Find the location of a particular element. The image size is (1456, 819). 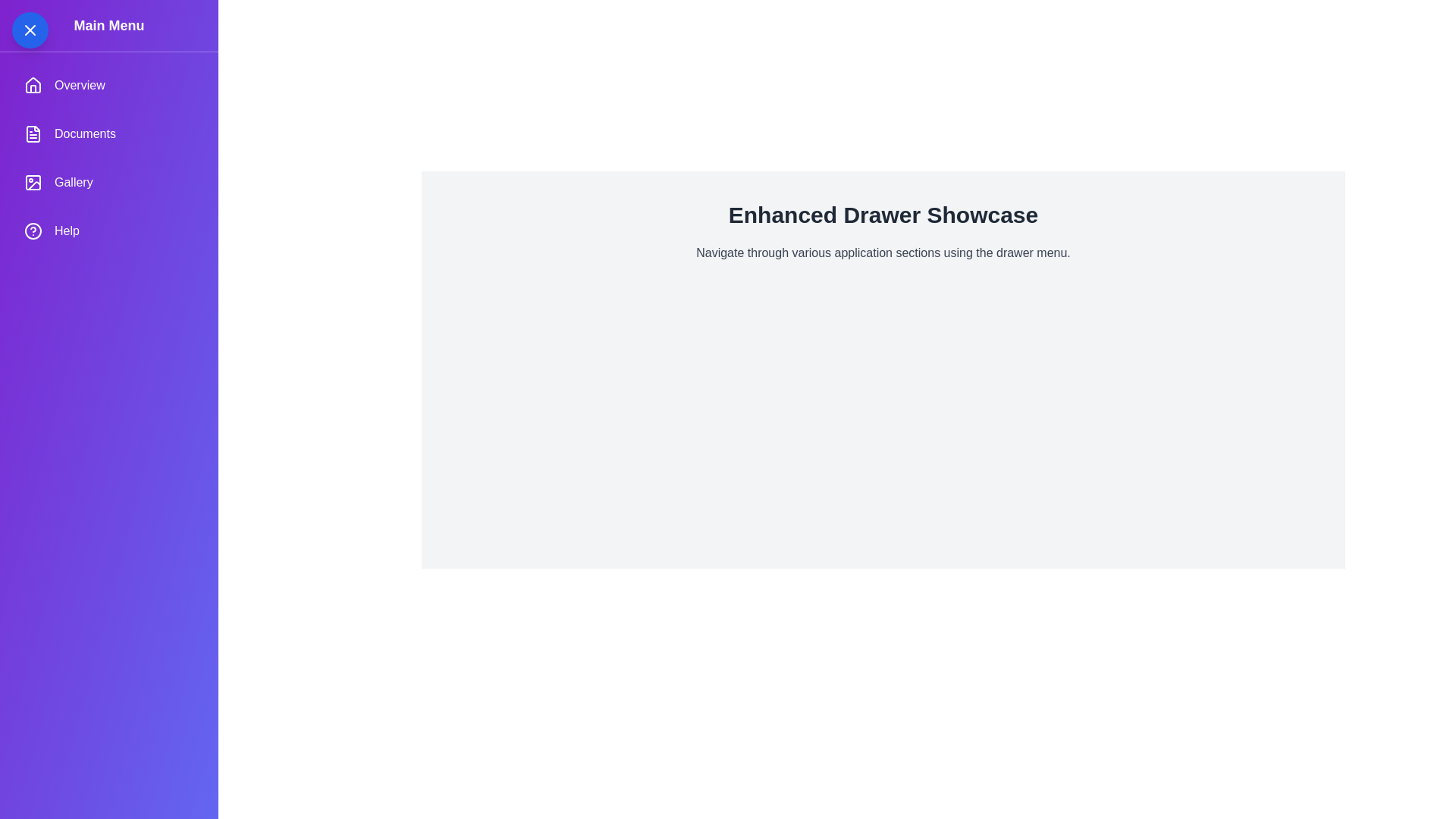

the 'Help' menu item in the drawer is located at coordinates (108, 231).